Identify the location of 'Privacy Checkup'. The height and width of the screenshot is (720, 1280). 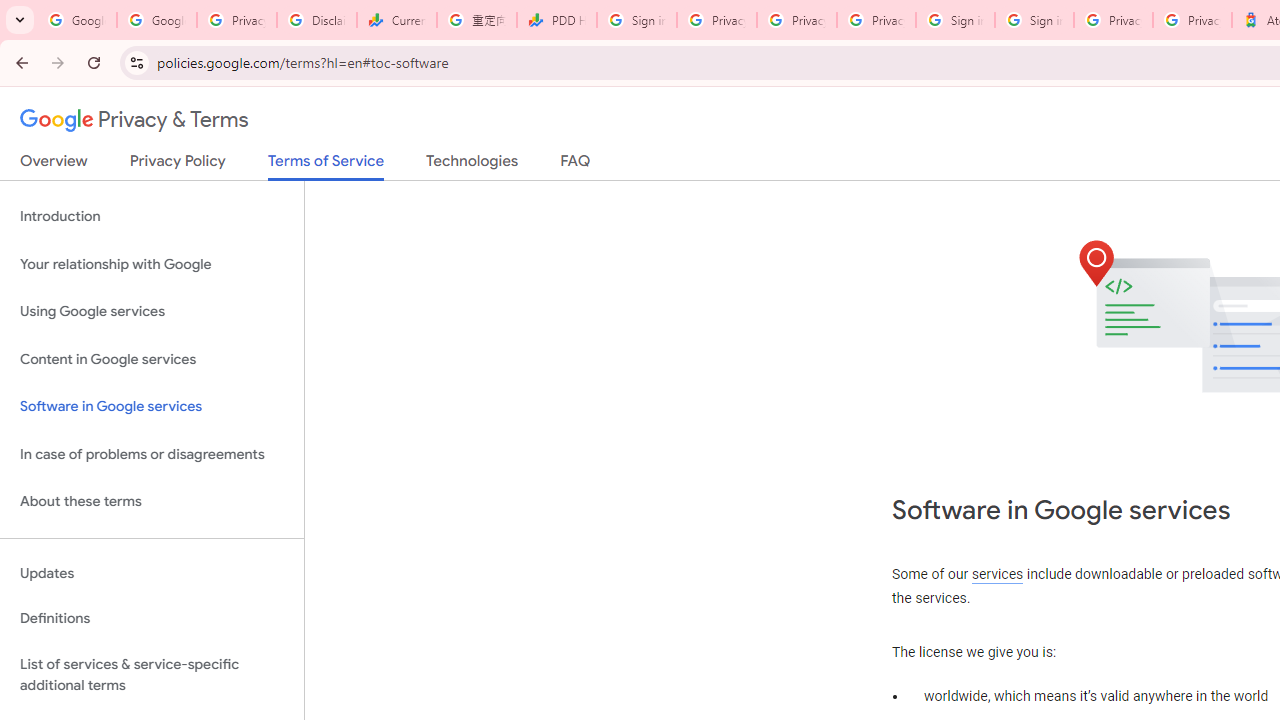
(876, 20).